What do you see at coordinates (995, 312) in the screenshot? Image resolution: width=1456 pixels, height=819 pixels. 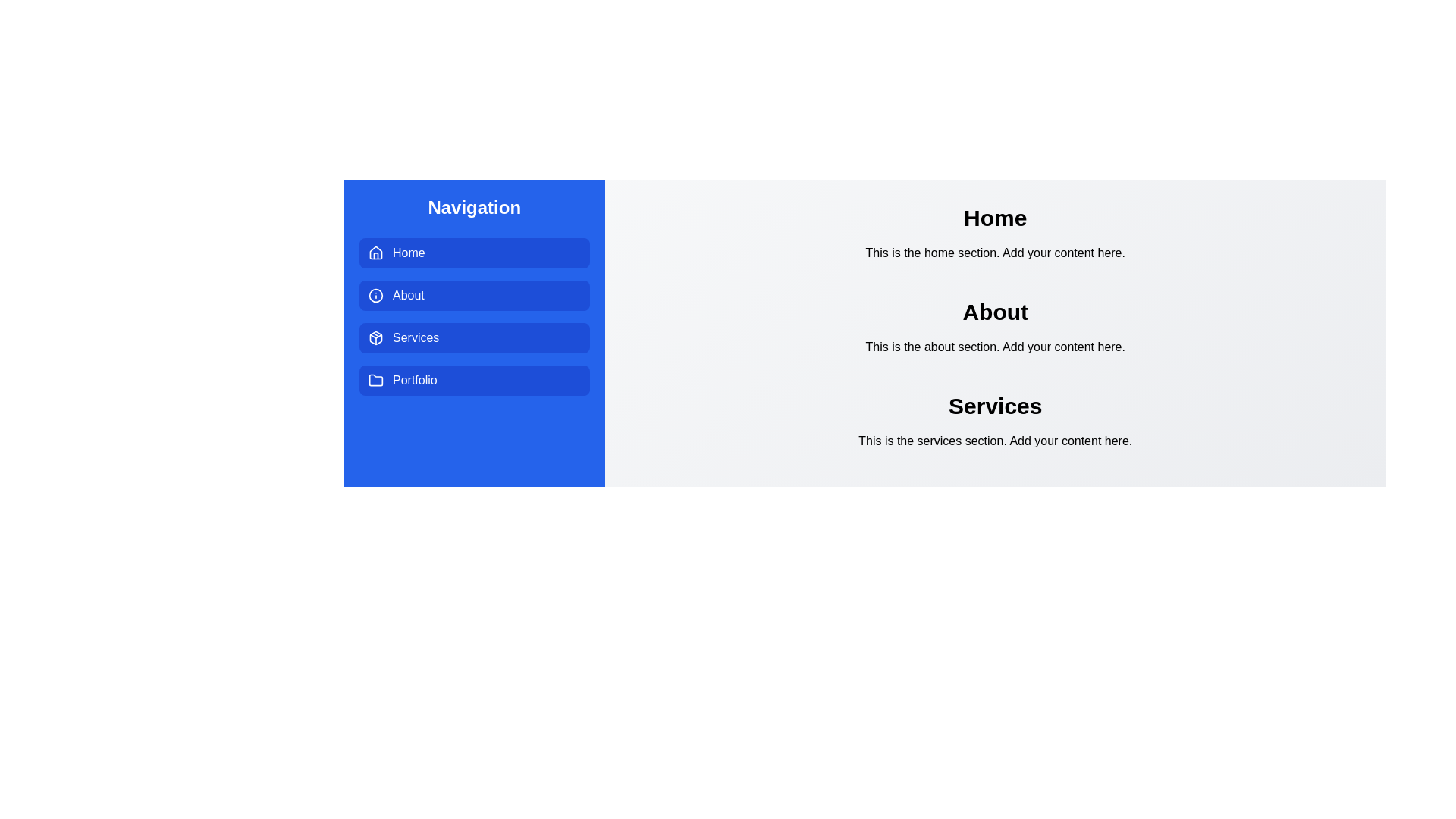 I see `the Heading text in the 'About' section` at bounding box center [995, 312].